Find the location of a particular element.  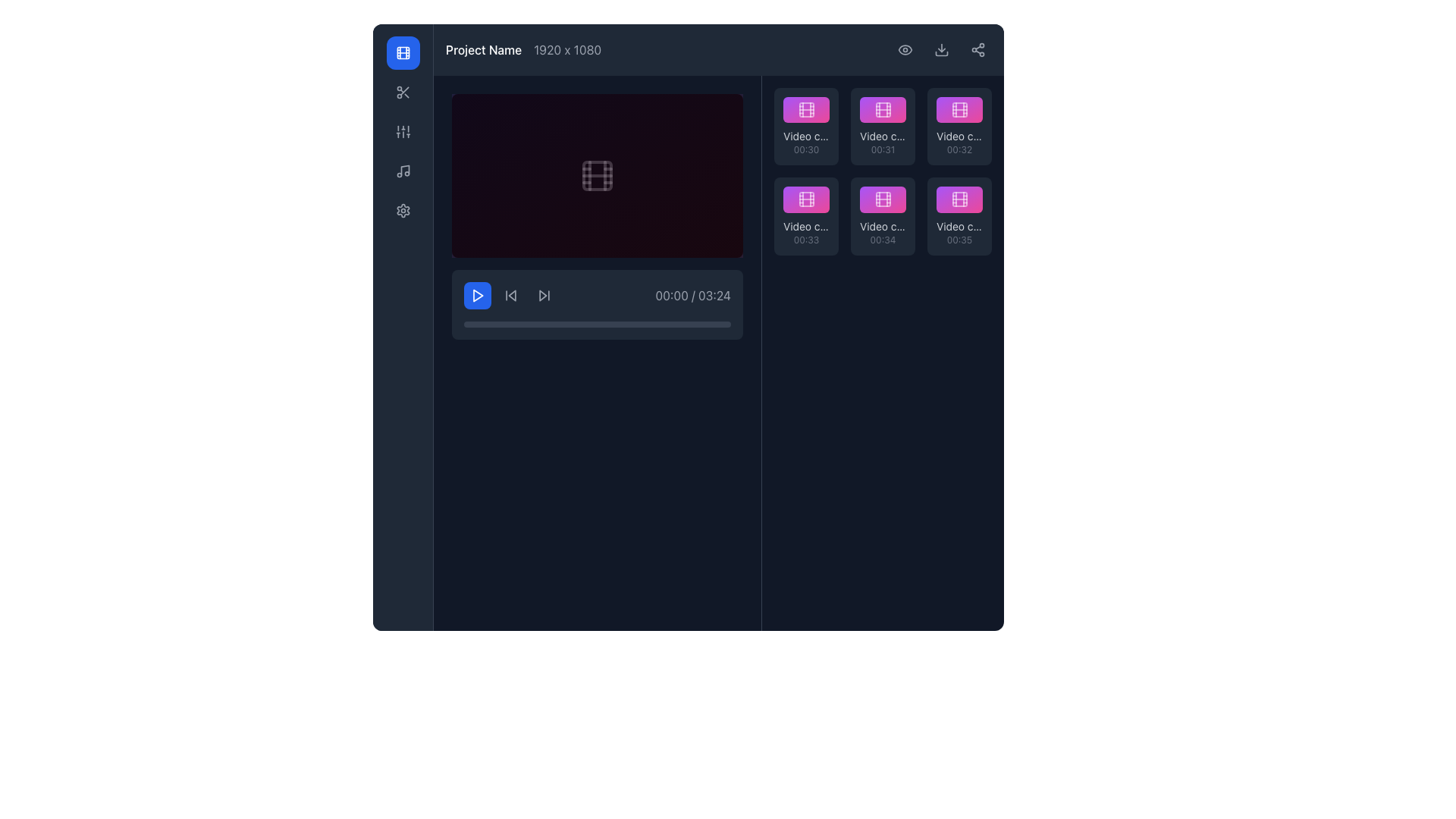

the vector graphic representing a film reel icon located in the top-left corner of the interface for accessibility purposes is located at coordinates (403, 52).